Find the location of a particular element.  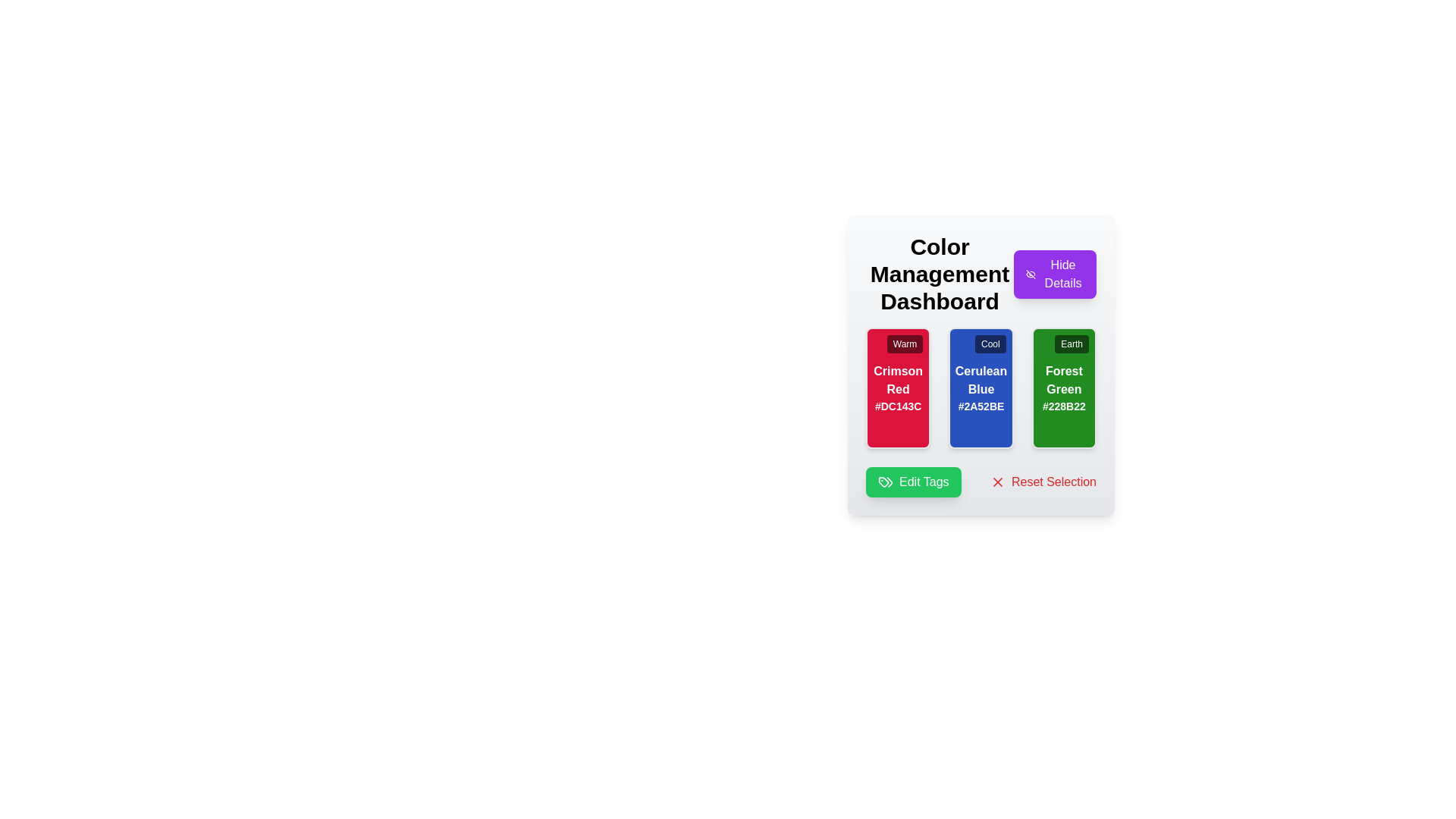

the Card element displaying 'Cerulean Blue' with a blue background and the overlay text 'Cool' in the top-right corner is located at coordinates (981, 388).